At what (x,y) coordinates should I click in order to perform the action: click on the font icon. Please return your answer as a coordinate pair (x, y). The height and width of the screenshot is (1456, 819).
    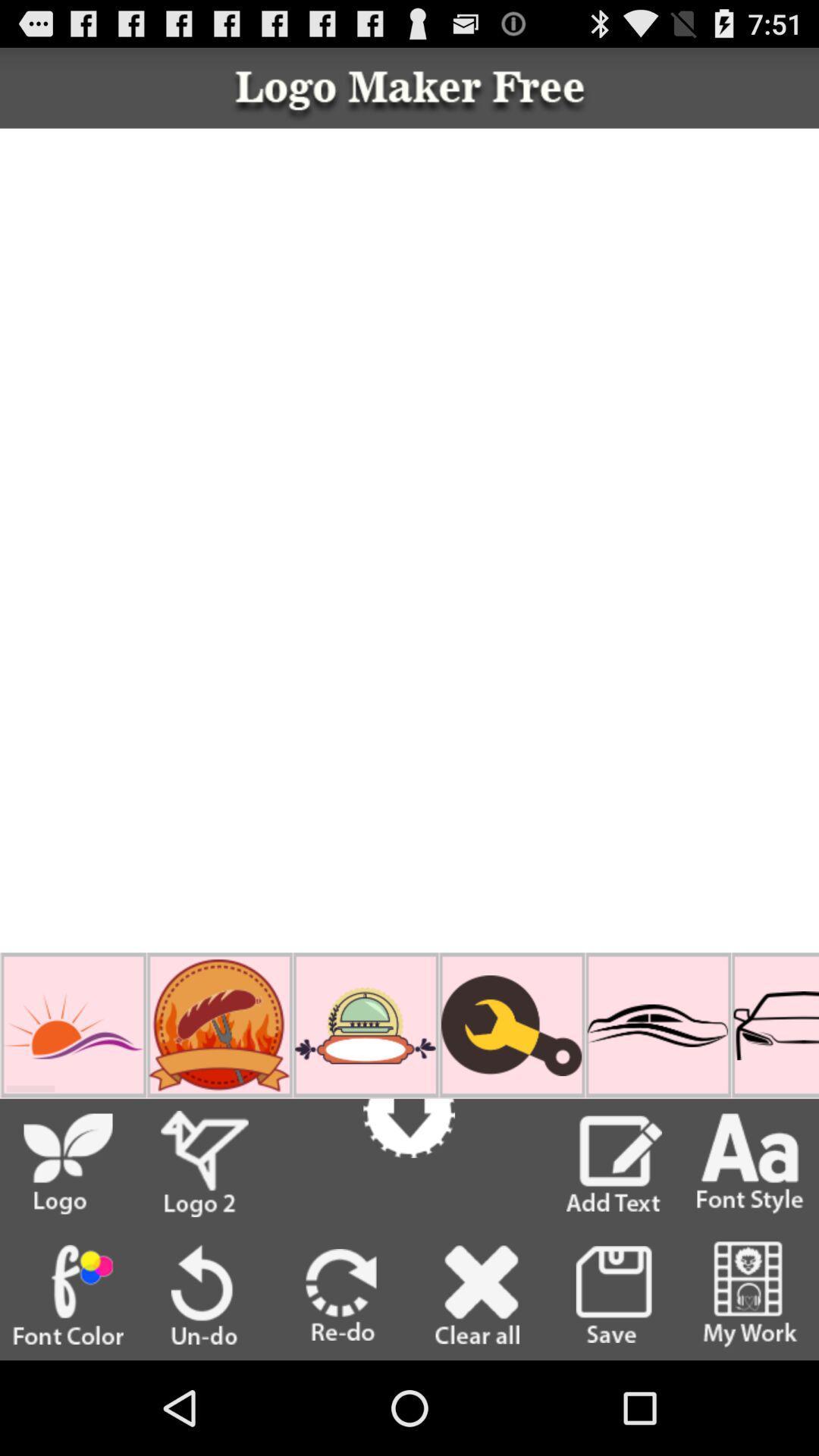
    Looking at the image, I should click on (749, 1245).